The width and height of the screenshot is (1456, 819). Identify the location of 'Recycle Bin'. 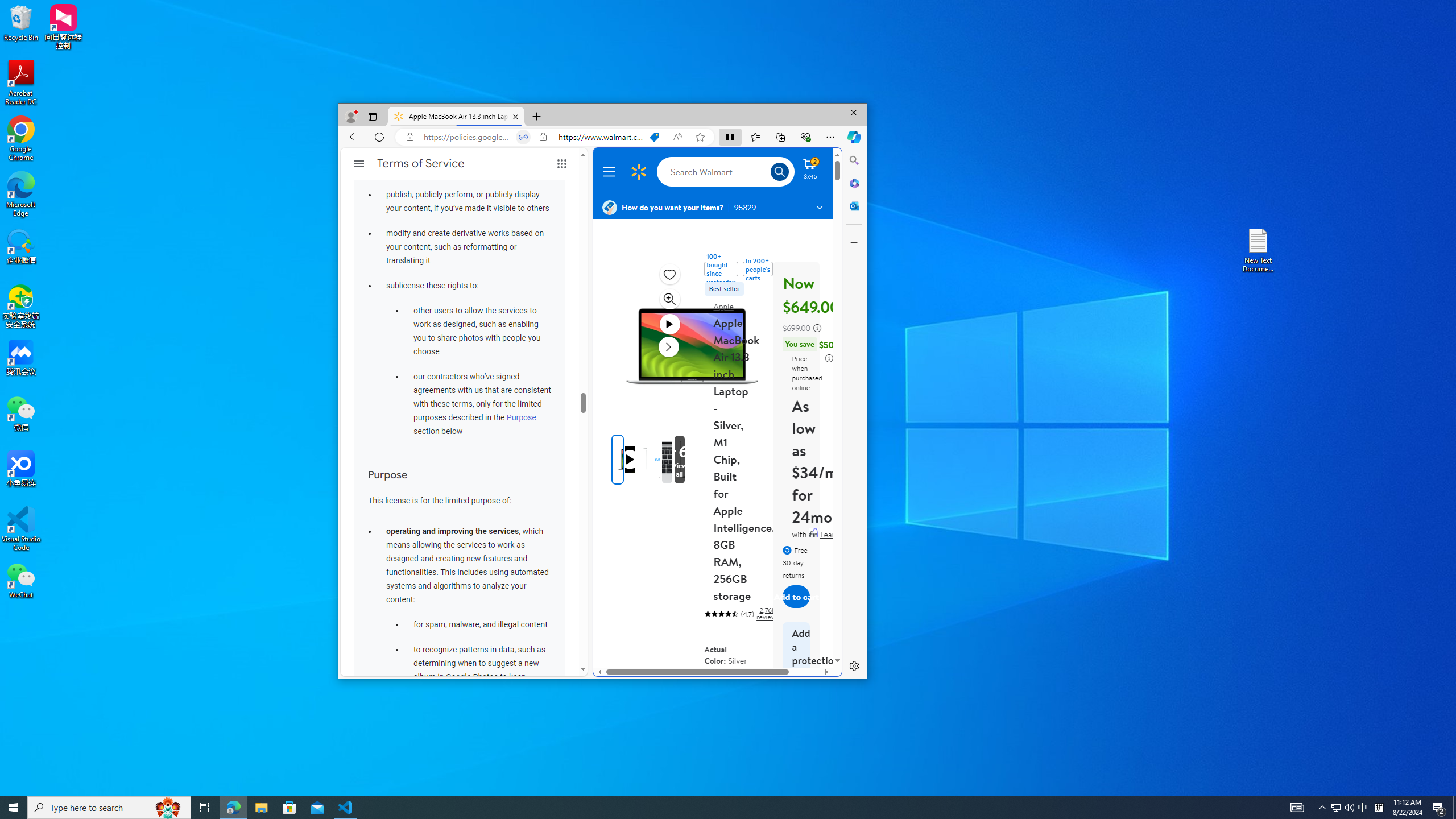
(20, 22).